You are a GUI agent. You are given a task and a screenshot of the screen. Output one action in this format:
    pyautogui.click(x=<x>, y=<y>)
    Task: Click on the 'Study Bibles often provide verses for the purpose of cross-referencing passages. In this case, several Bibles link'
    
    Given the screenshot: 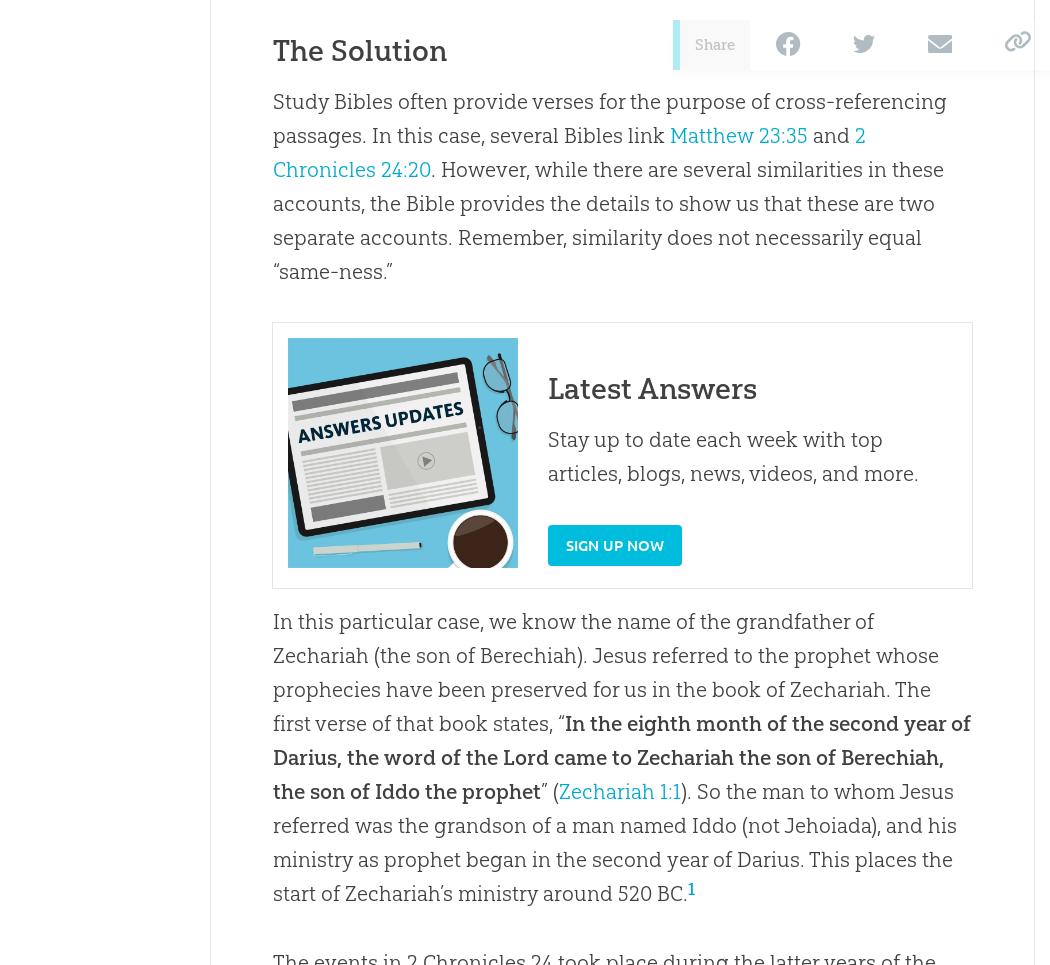 What is the action you would take?
    pyautogui.click(x=609, y=118)
    